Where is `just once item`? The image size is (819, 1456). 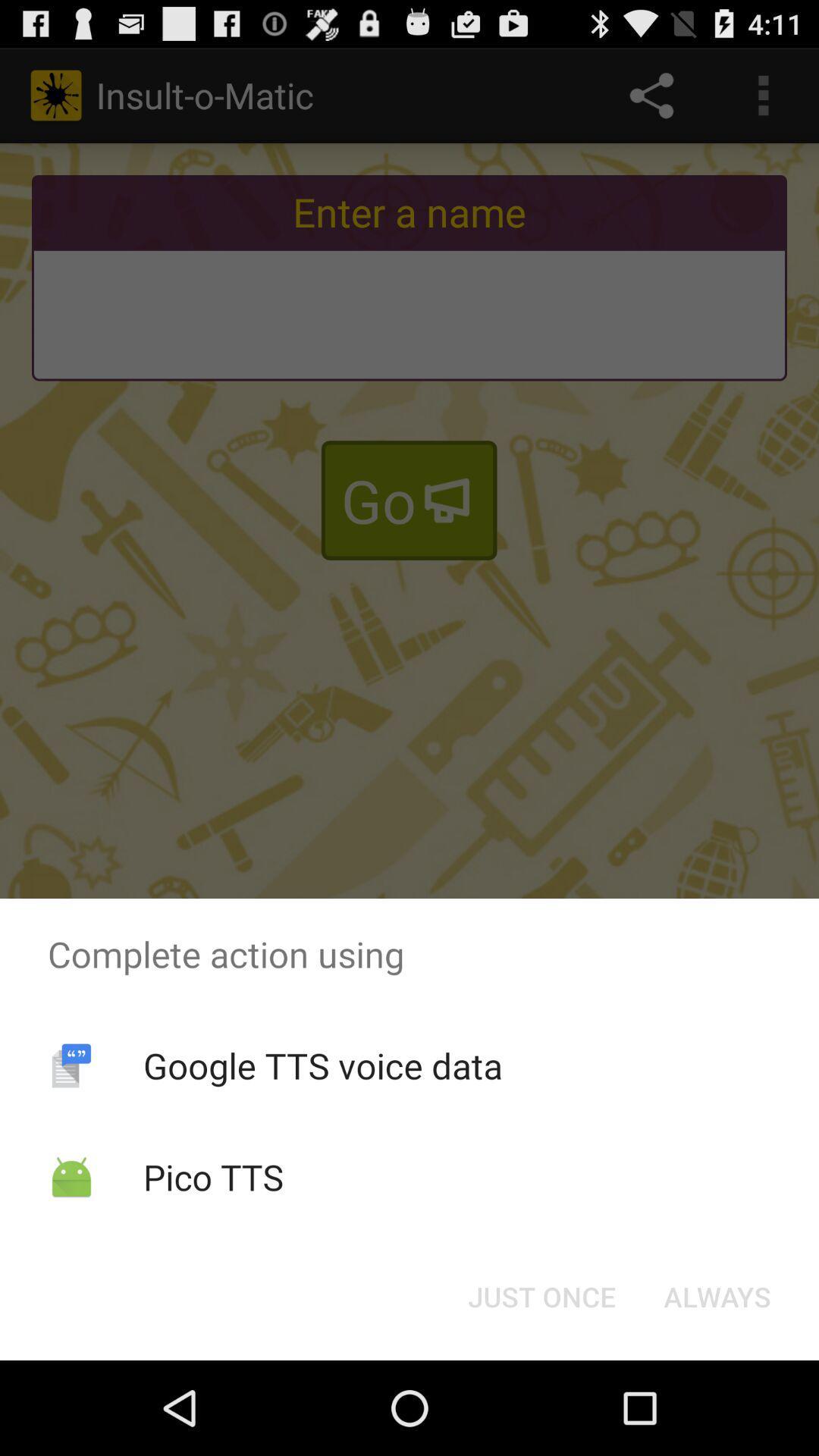 just once item is located at coordinates (541, 1295).